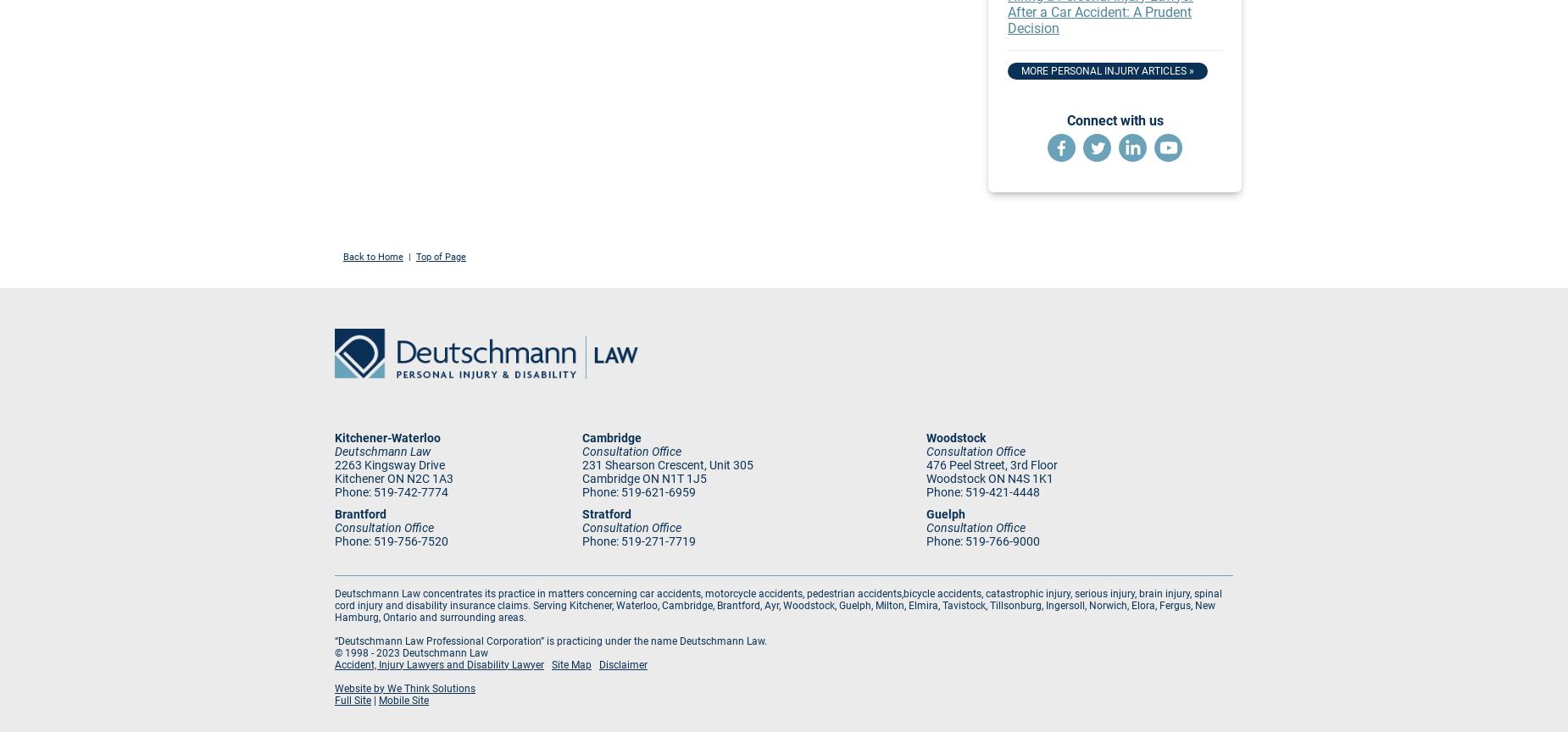 This screenshot has width=1568, height=732. I want to click on 'Disclaimer', so click(623, 663).